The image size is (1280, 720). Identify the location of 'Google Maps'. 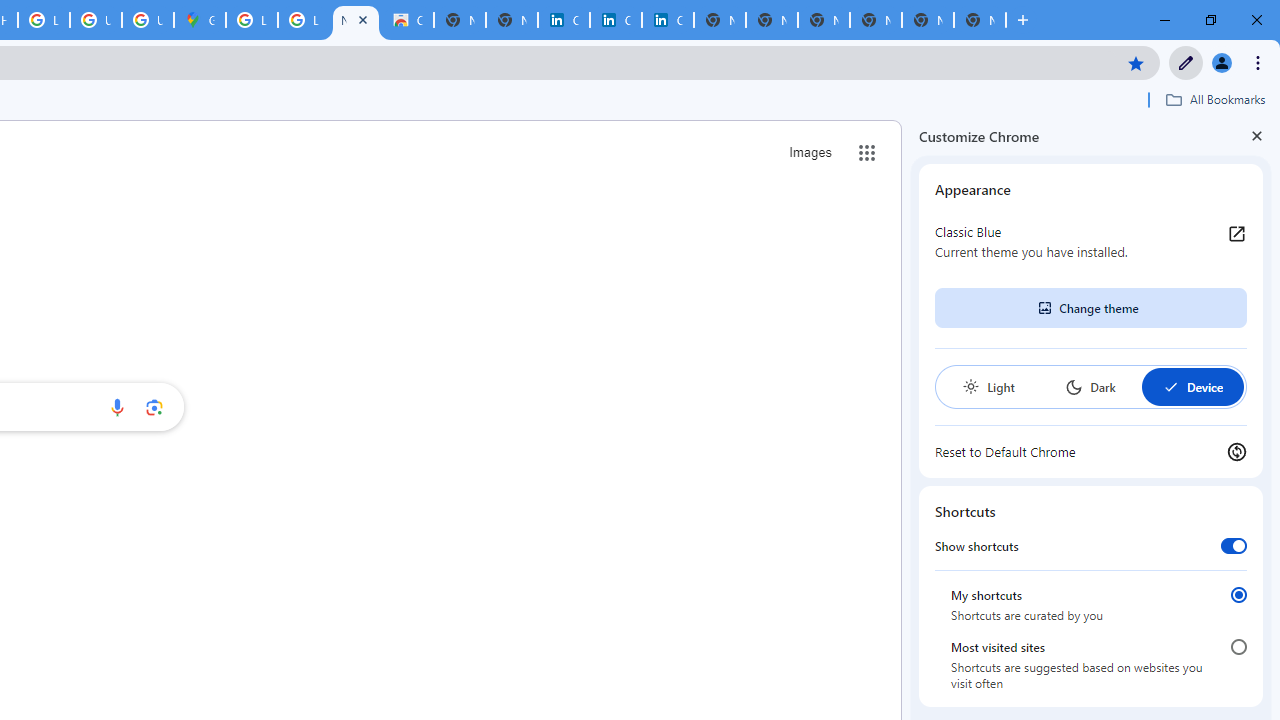
(200, 20).